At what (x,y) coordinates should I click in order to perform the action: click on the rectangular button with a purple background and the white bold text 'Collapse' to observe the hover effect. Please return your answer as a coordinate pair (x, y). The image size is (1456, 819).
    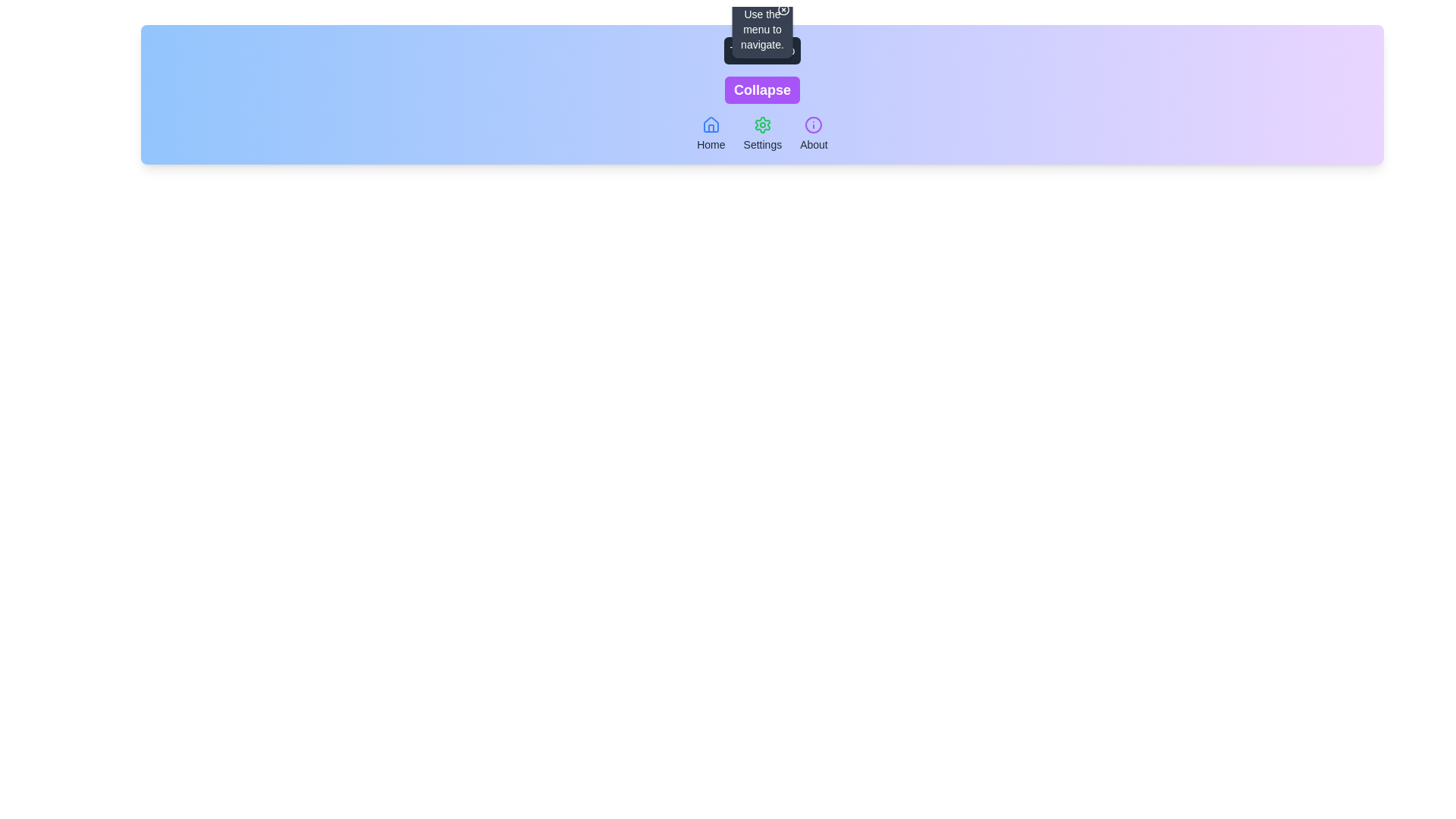
    Looking at the image, I should click on (762, 90).